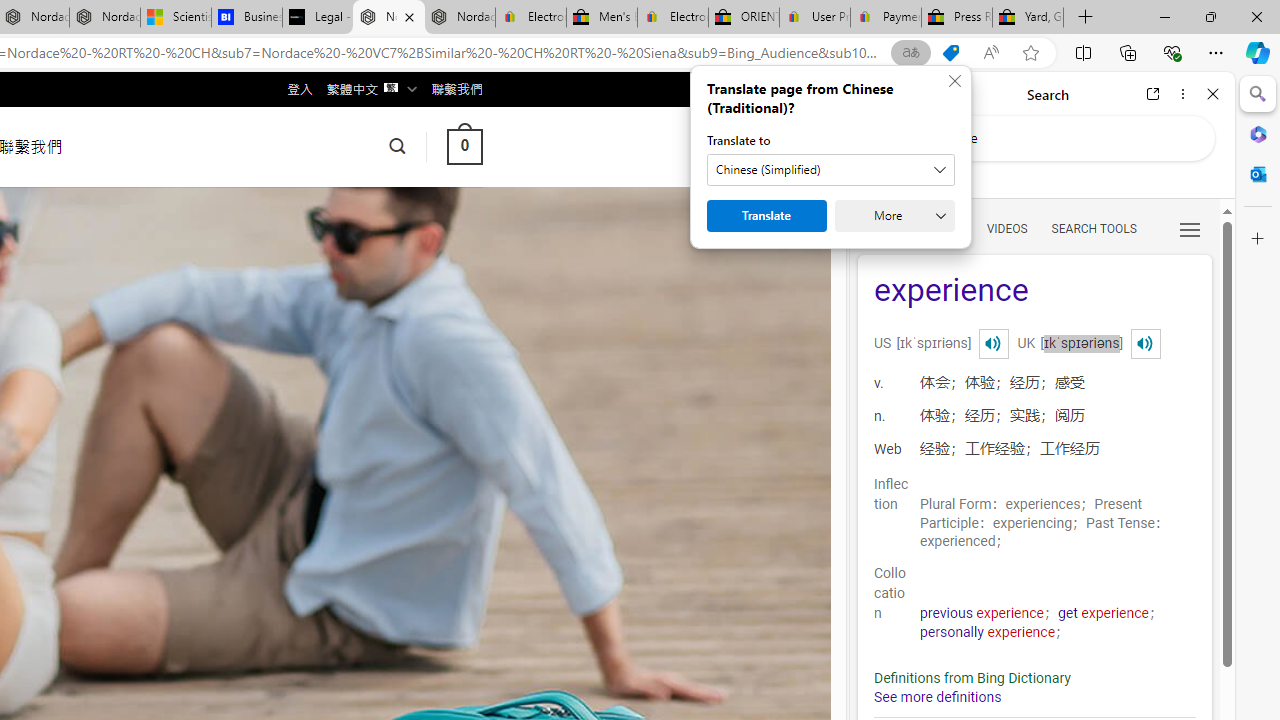 This screenshot has height=720, width=1280. I want to click on 'Search Filter, VIDEOS', so click(1006, 227).